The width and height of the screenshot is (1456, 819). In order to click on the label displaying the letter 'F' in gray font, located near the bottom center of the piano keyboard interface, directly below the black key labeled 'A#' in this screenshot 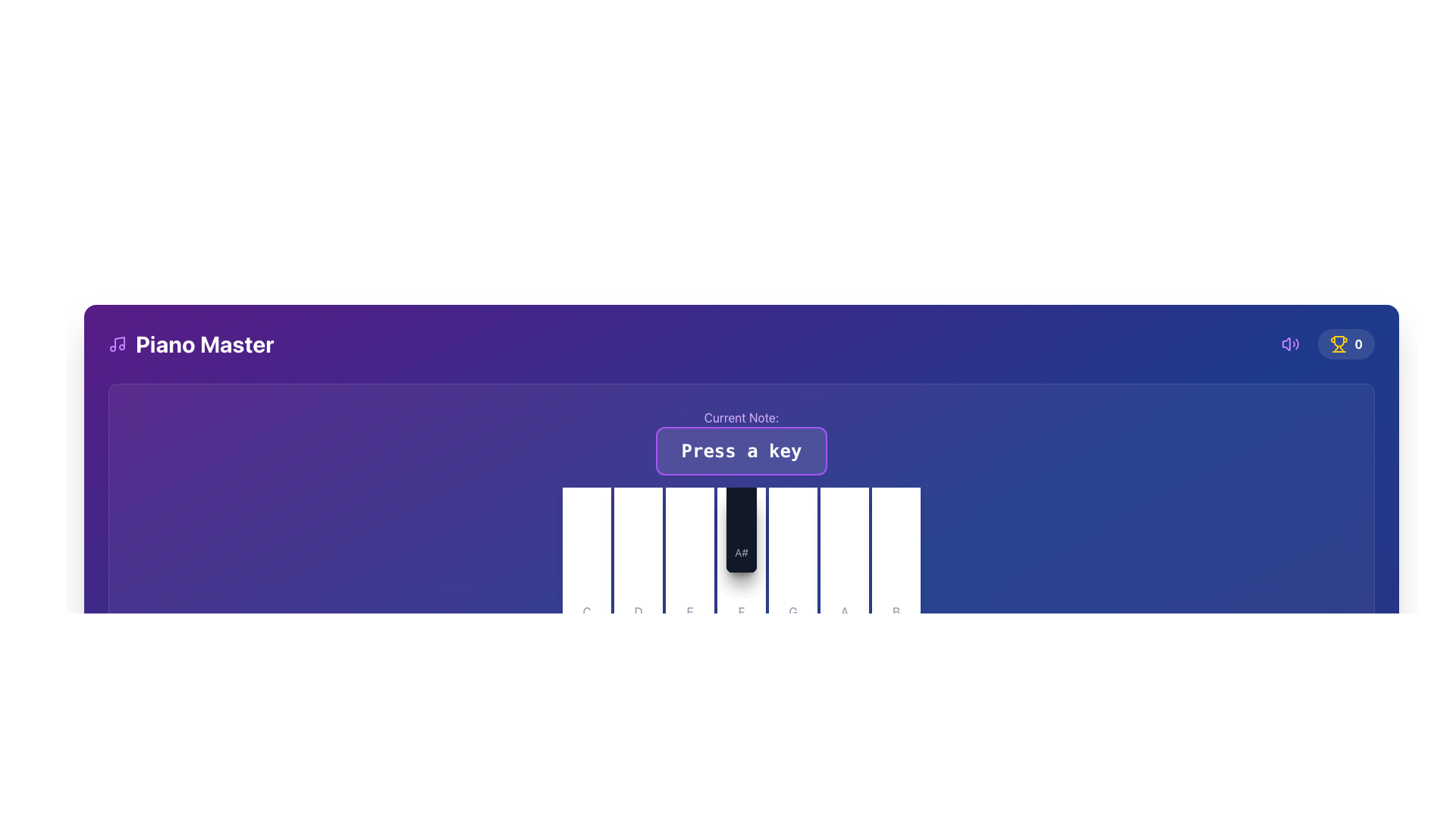, I will do `click(742, 610)`.